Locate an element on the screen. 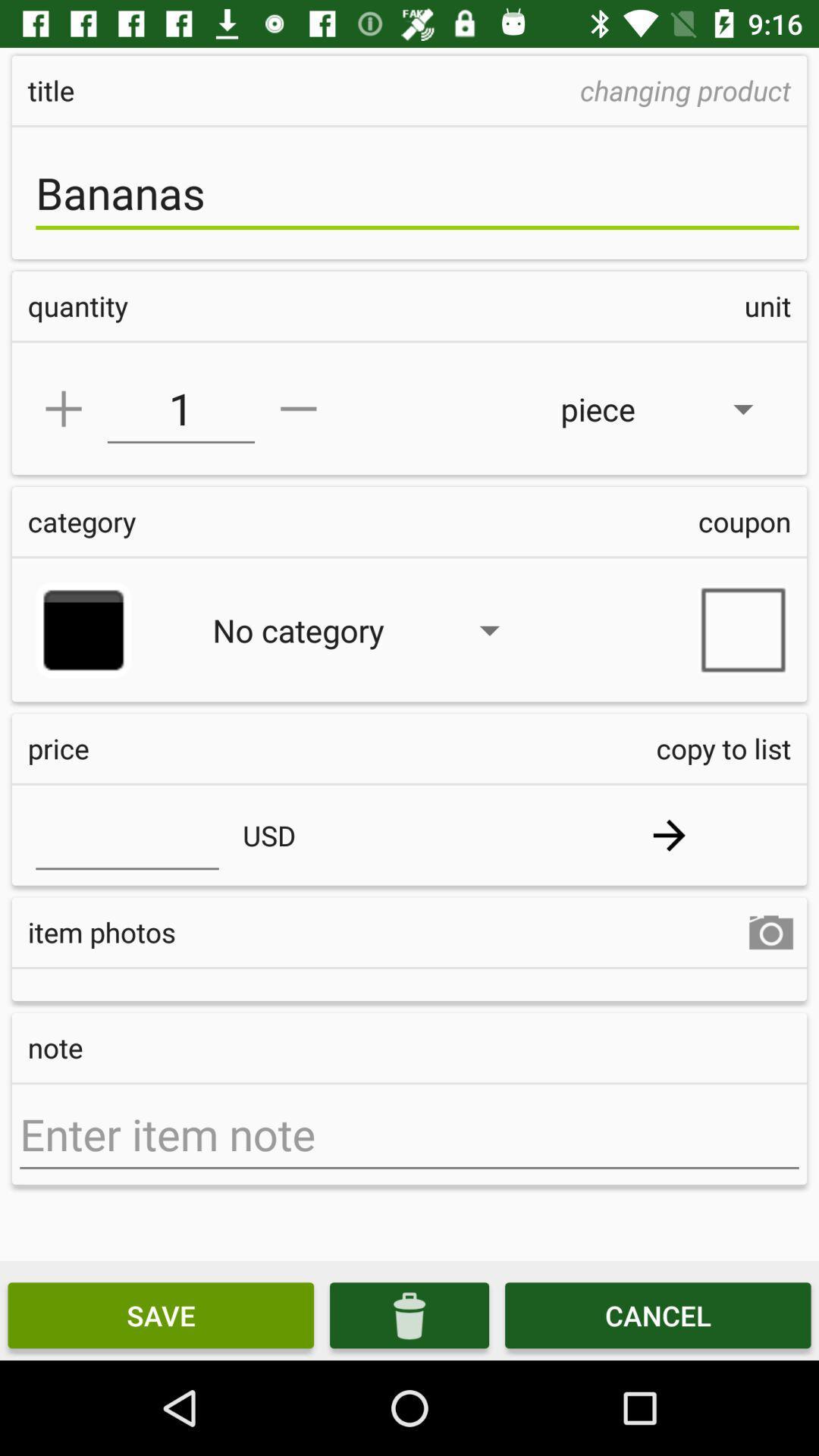 The width and height of the screenshot is (819, 1456). the 1 item is located at coordinates (180, 409).